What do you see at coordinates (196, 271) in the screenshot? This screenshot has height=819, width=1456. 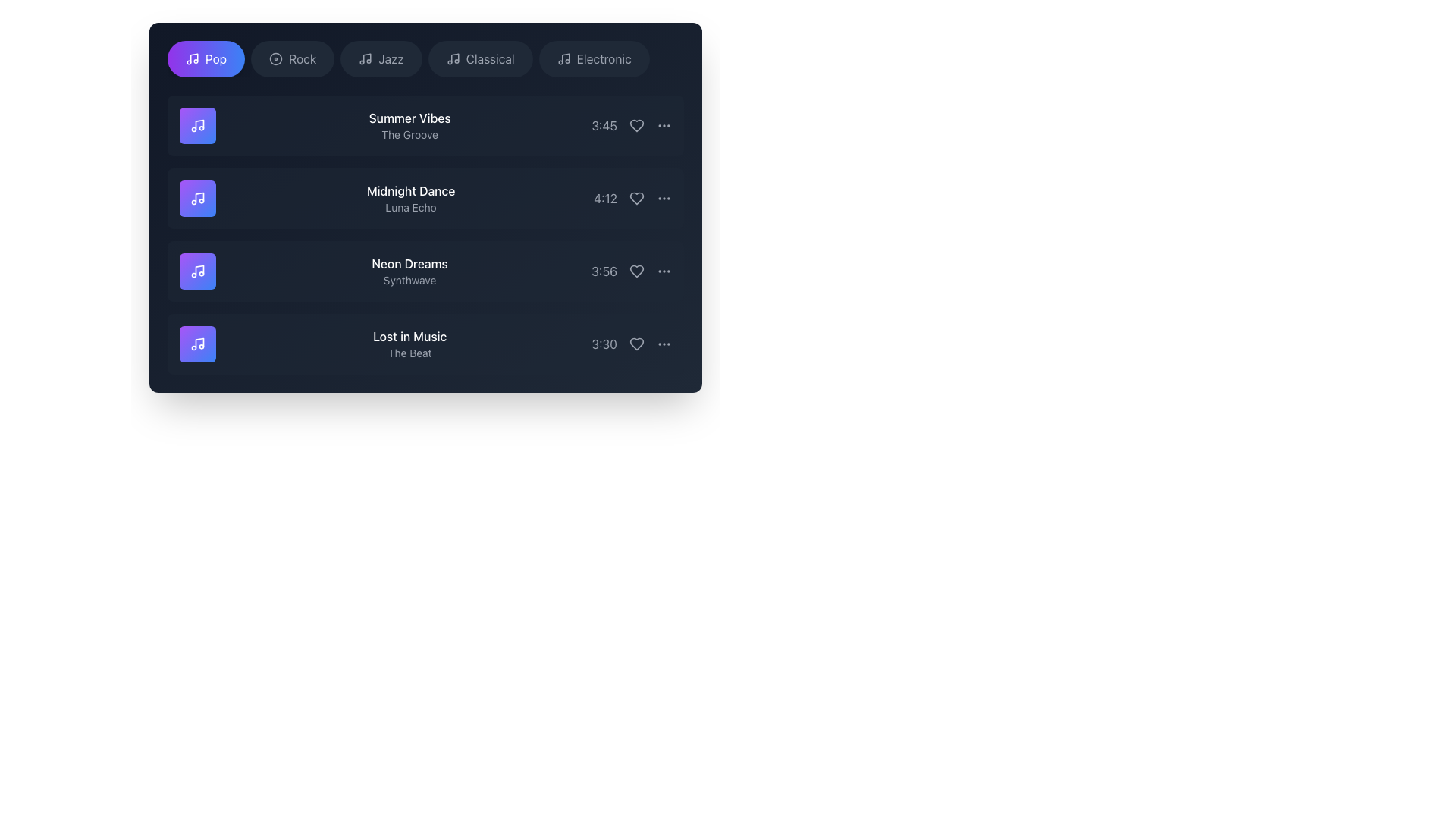 I see `the square icon with rounded corners featuring a gradient background from purple to blue, which contains a white music note icon, associated with the song 'Neon Dreams' in the 'Synthwave' genre` at bounding box center [196, 271].